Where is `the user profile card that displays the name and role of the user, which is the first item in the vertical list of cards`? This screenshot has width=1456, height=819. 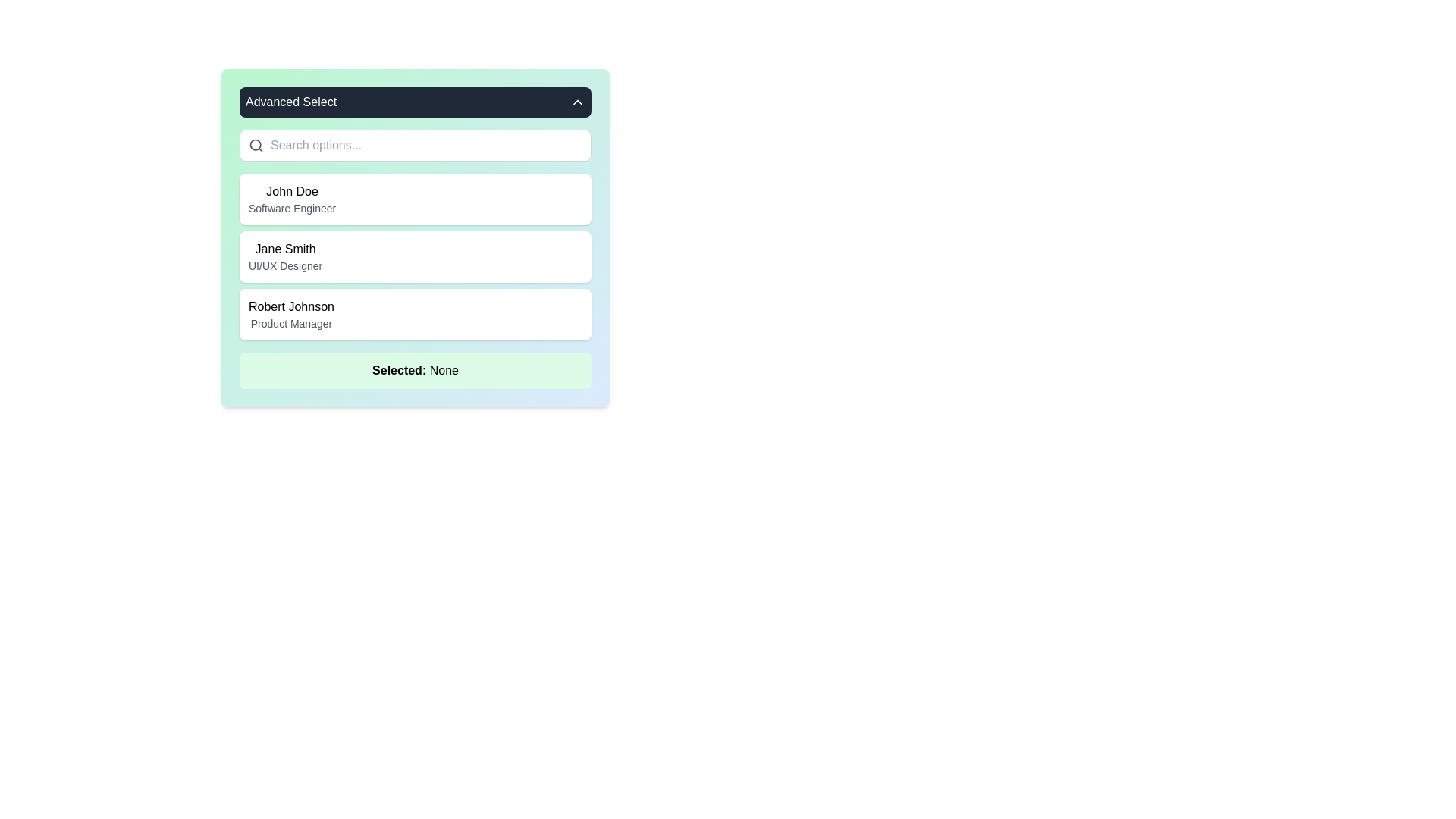
the user profile card that displays the name and role of the user, which is the first item in the vertical list of cards is located at coordinates (415, 198).